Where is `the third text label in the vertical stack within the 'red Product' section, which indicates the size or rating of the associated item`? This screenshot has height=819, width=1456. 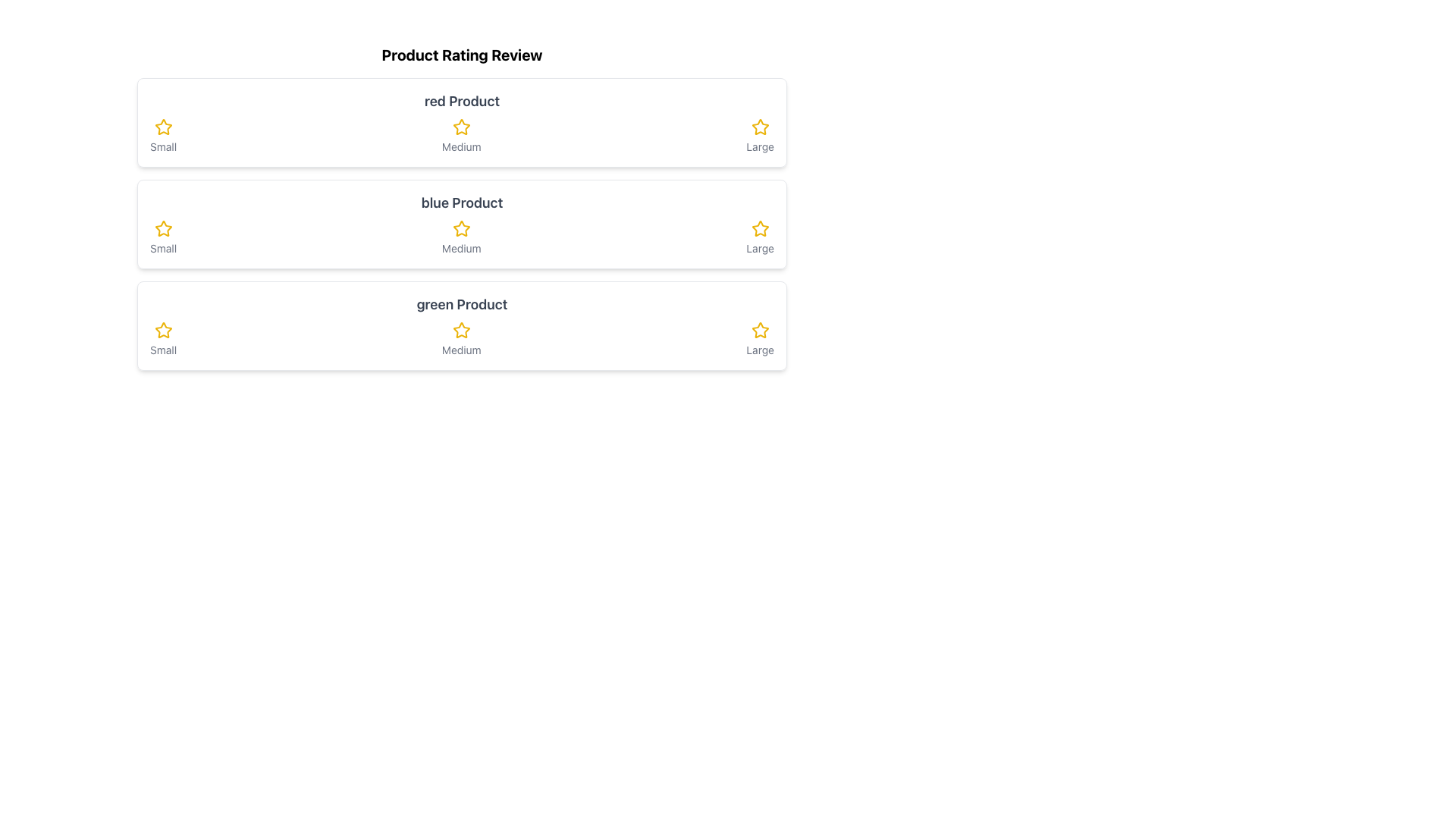
the third text label in the vertical stack within the 'red Product' section, which indicates the size or rating of the associated item is located at coordinates (760, 146).